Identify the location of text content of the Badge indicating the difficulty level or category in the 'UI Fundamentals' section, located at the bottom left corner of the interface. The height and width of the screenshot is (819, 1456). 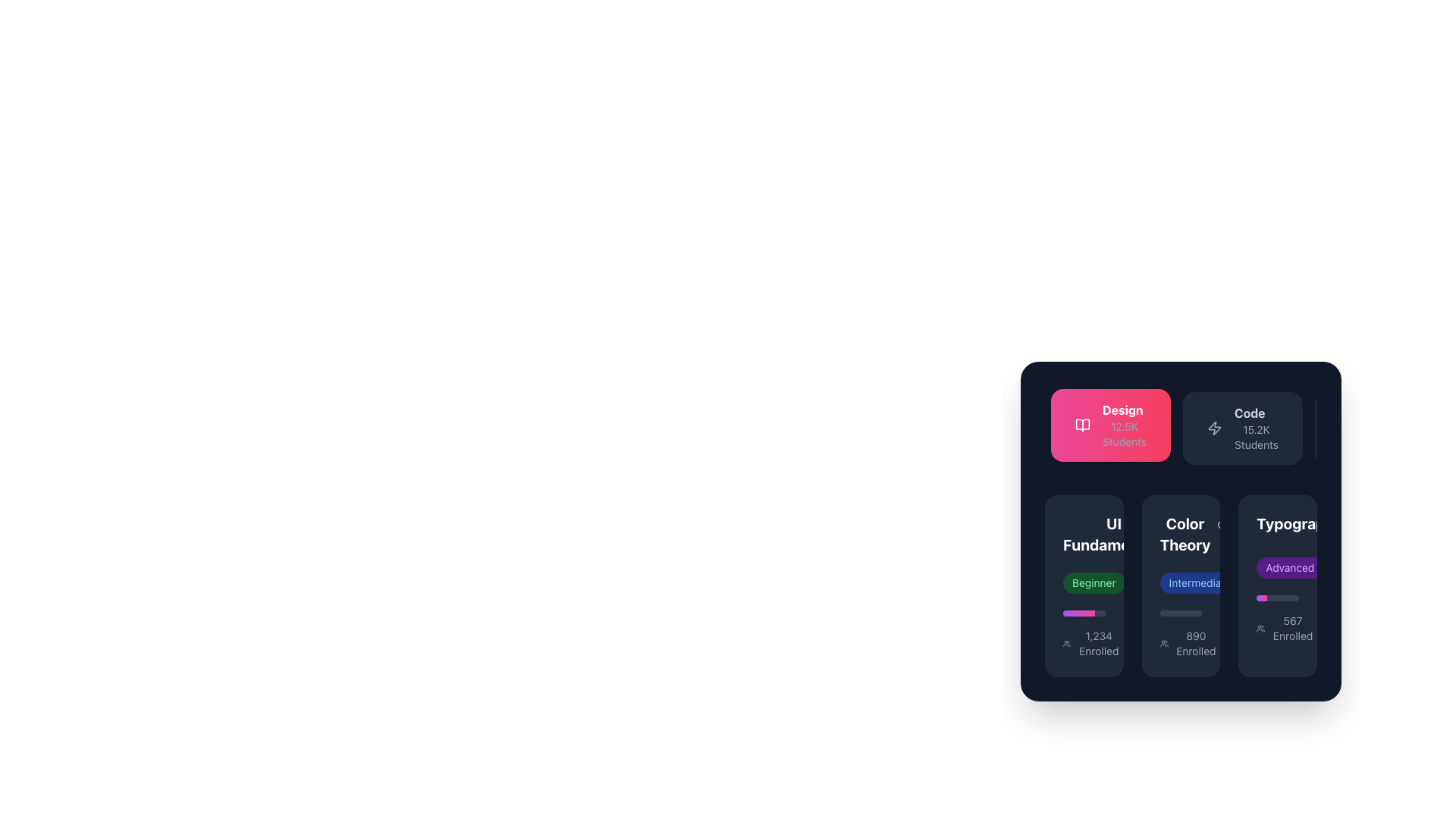
(1094, 582).